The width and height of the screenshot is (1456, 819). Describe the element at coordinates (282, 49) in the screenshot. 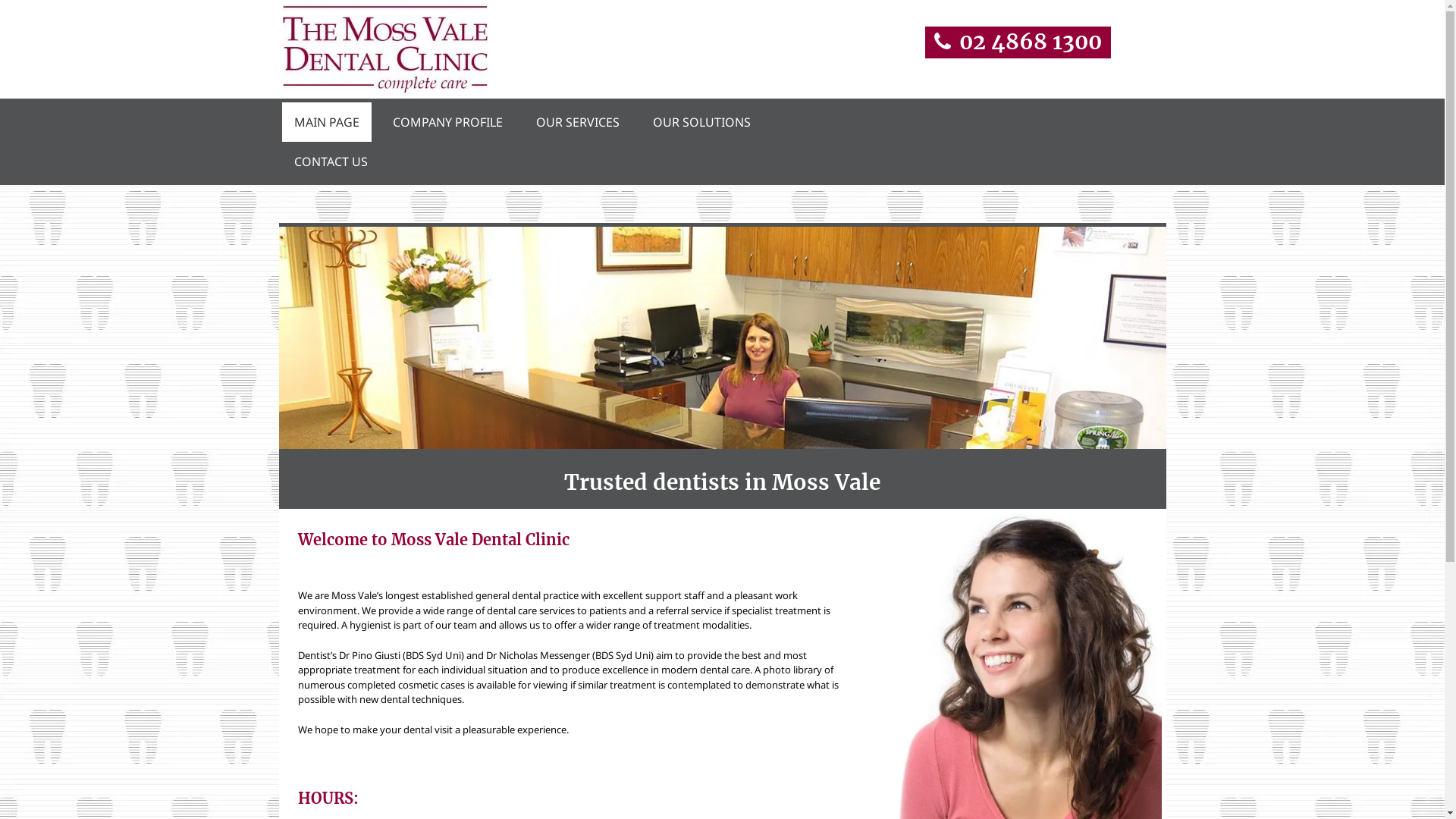

I see `'the moss vale dental clinic logo'` at that location.